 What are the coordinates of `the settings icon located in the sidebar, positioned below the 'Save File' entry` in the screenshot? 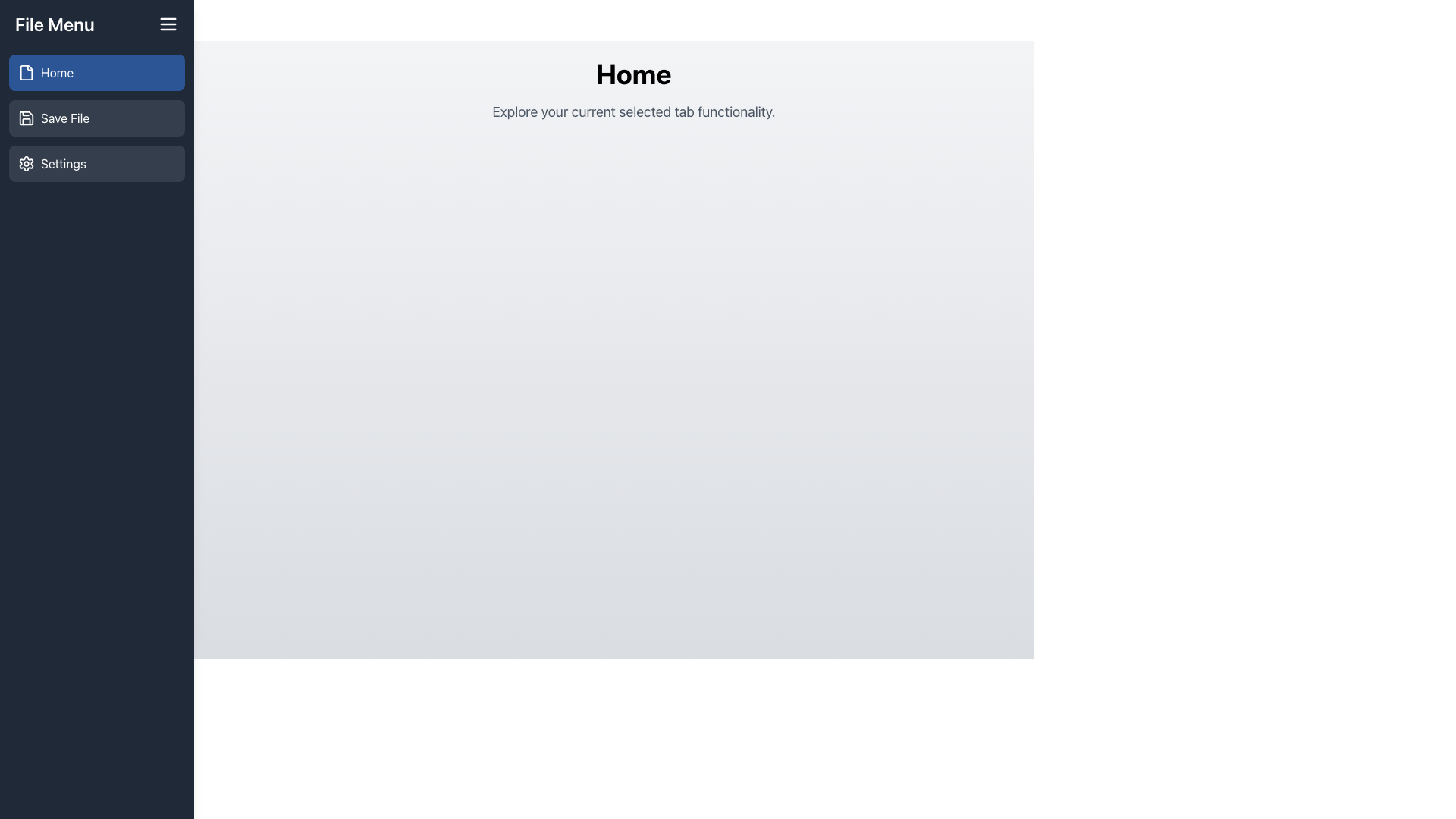 It's located at (26, 164).